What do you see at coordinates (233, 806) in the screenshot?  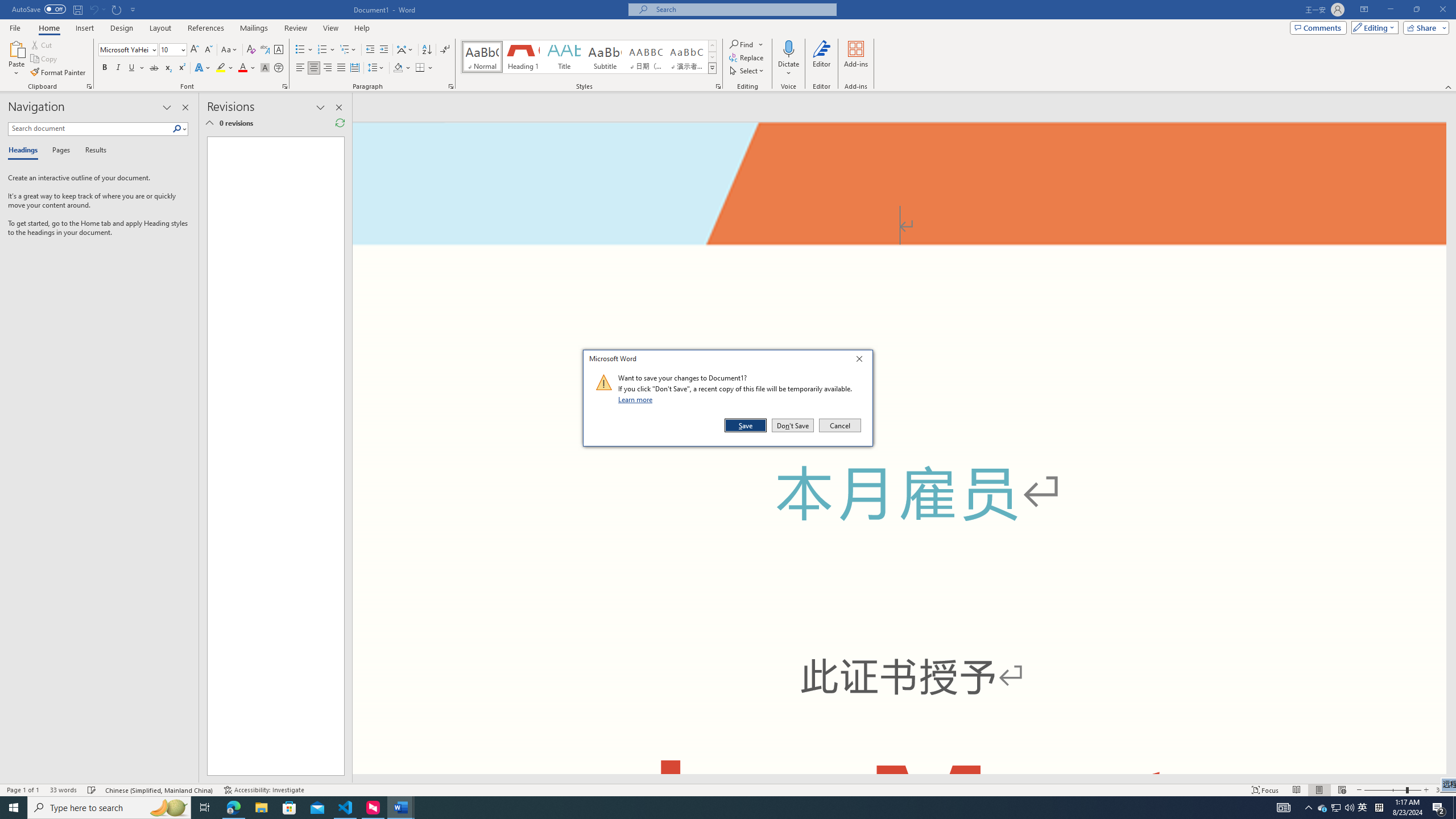 I see `'Microsoft Edge - 1 running window'` at bounding box center [233, 806].